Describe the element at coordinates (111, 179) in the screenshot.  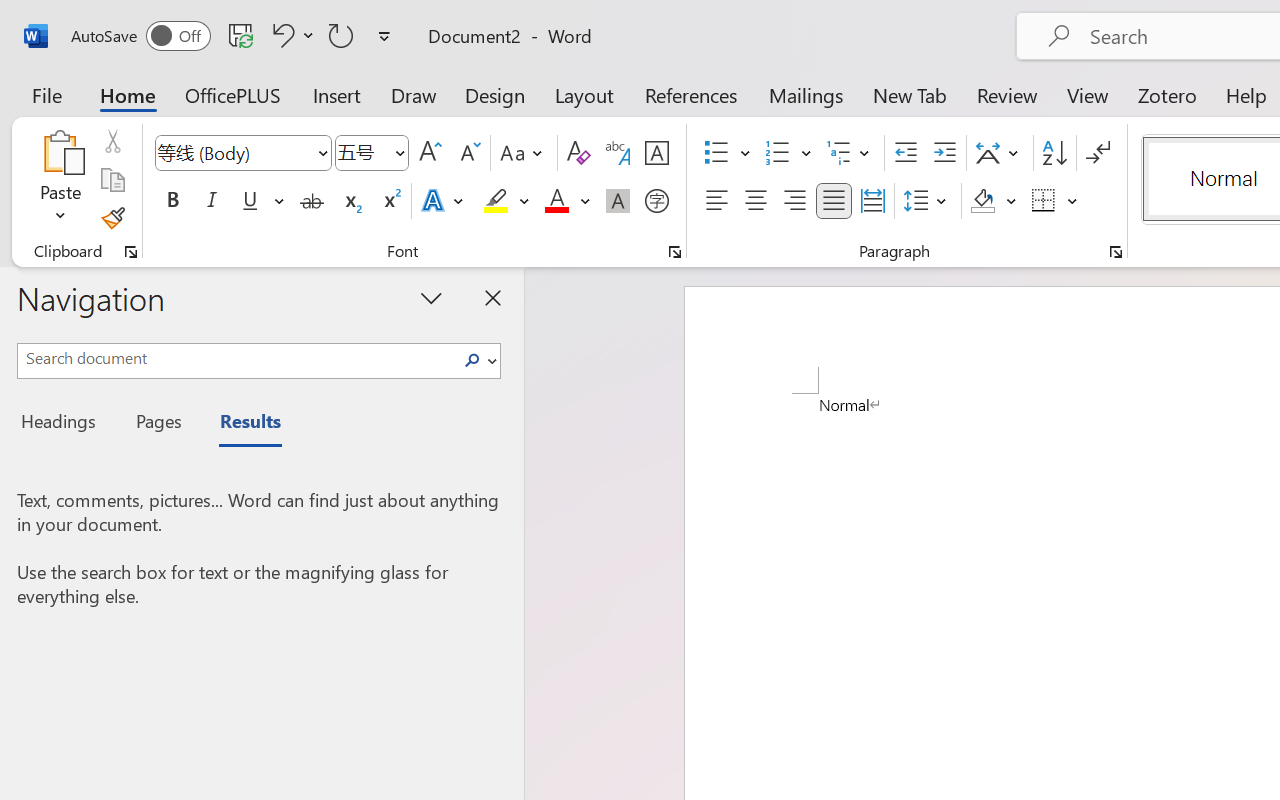
I see `'Copy'` at that location.